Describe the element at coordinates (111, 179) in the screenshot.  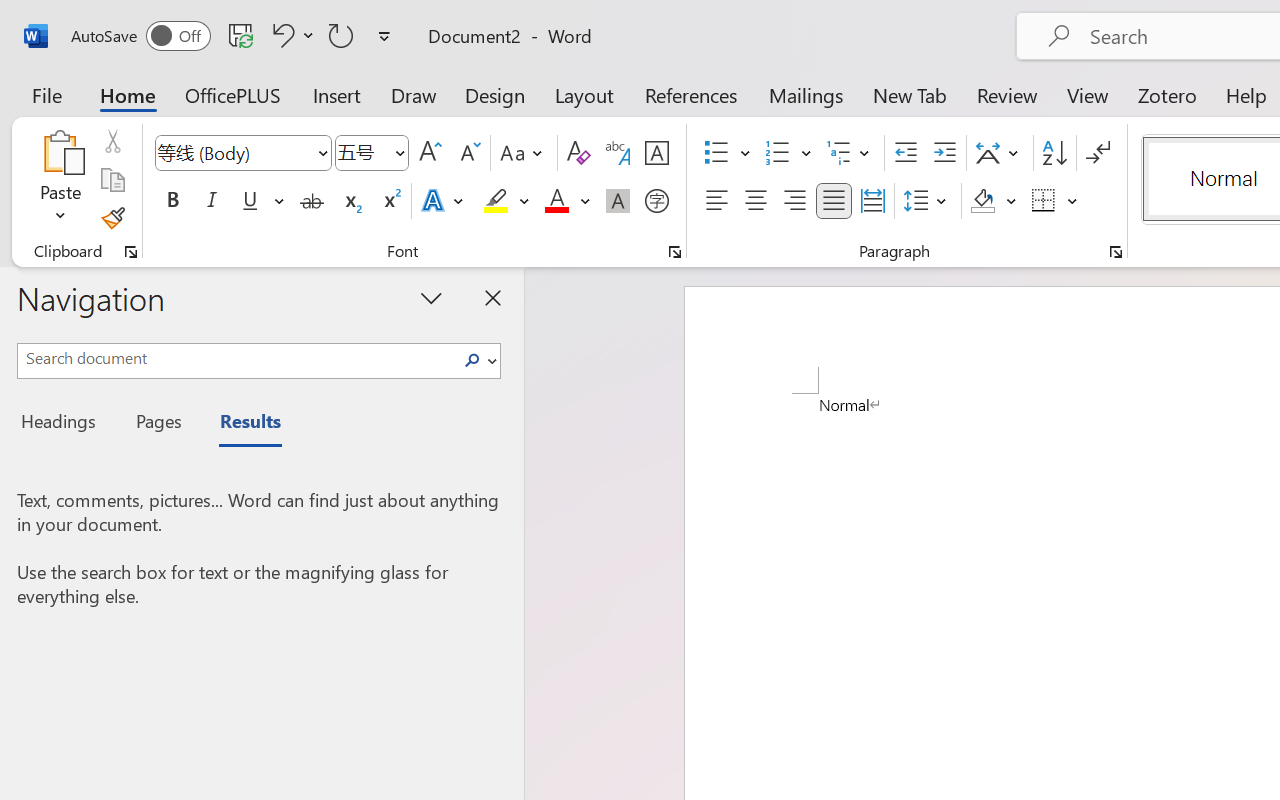
I see `'Copy'` at that location.